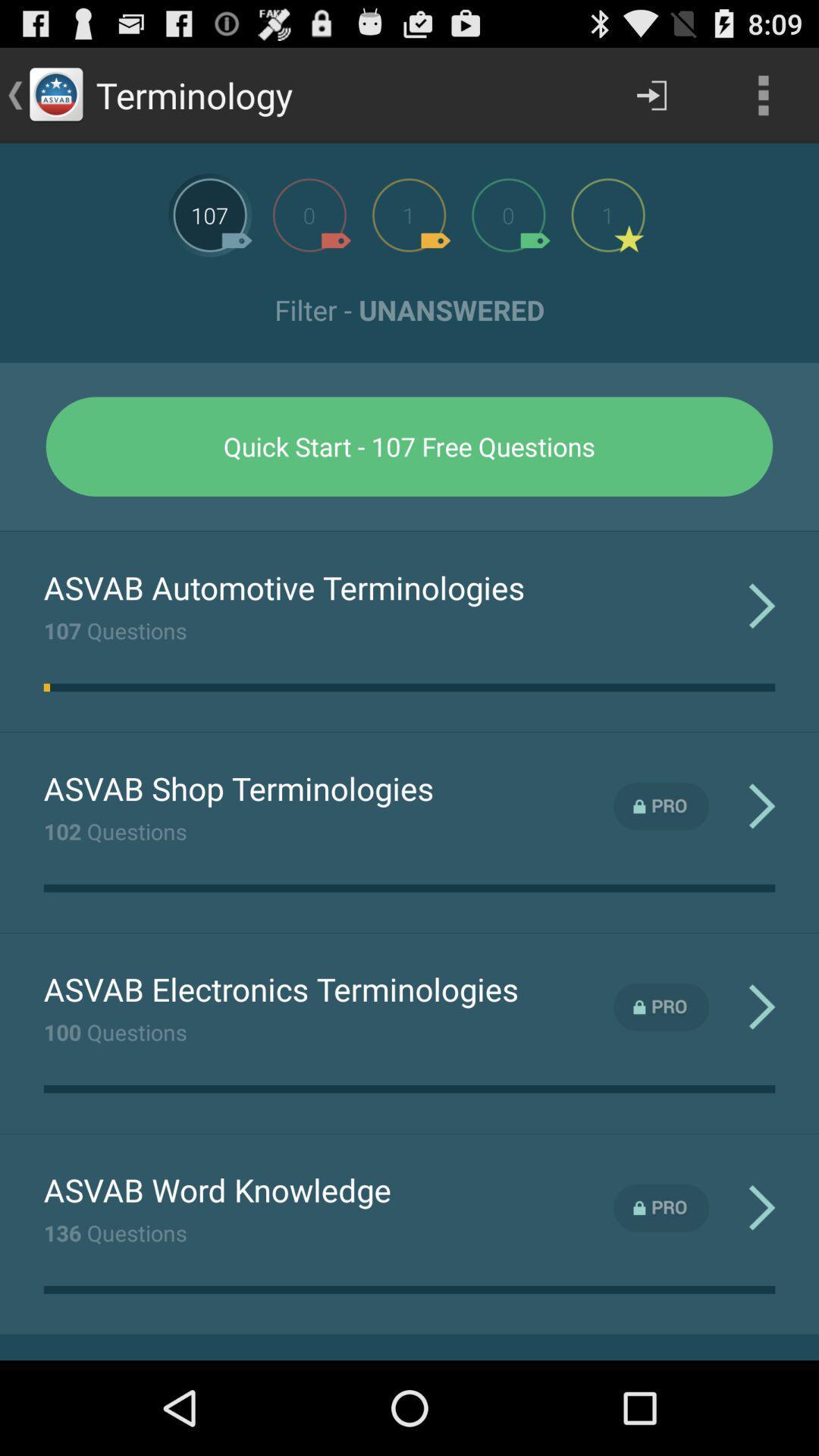 The width and height of the screenshot is (819, 1456). Describe the element at coordinates (651, 94) in the screenshot. I see `icon to the right of the terminology` at that location.